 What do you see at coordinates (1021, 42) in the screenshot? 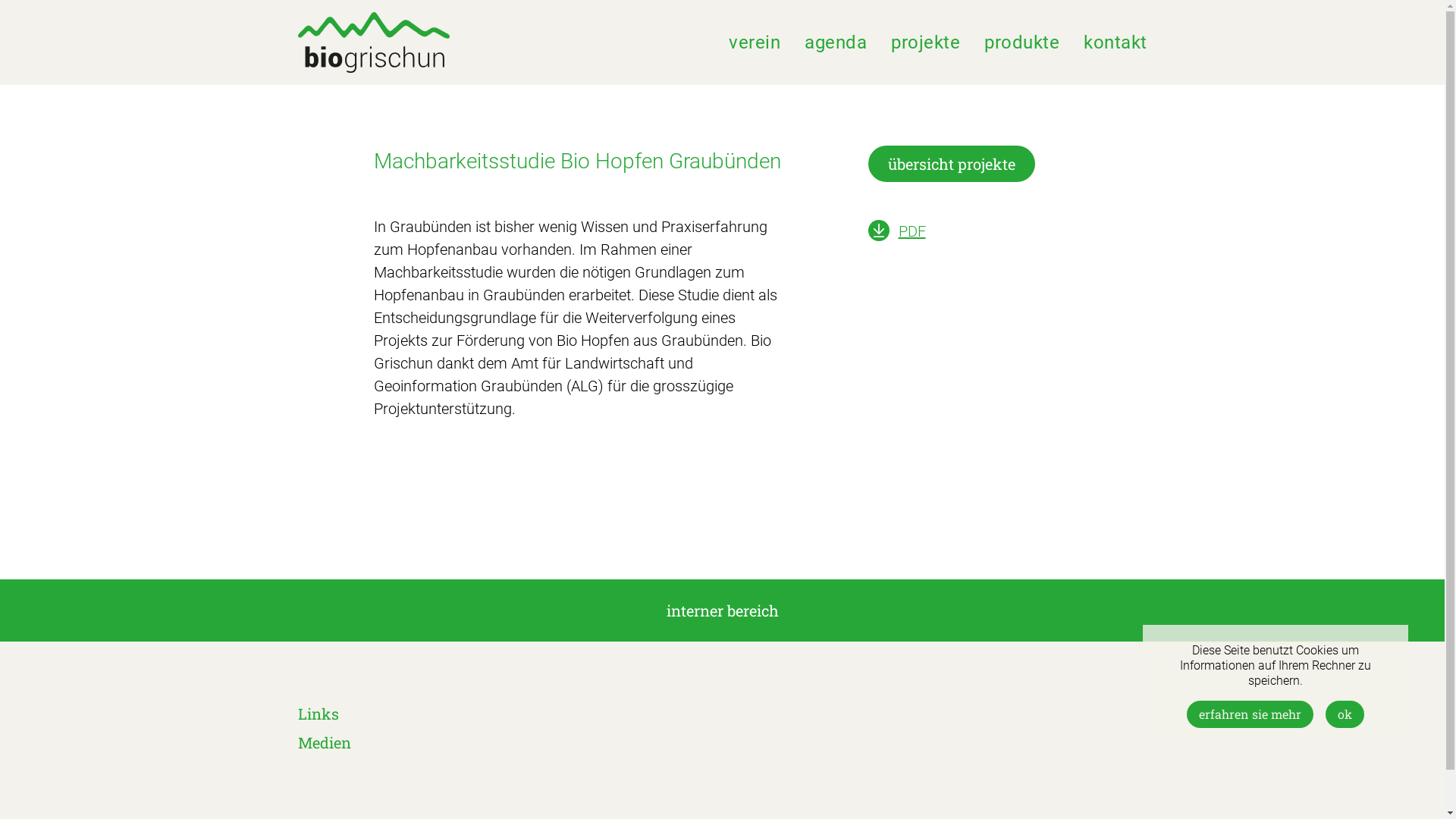
I see `'produkte'` at bounding box center [1021, 42].